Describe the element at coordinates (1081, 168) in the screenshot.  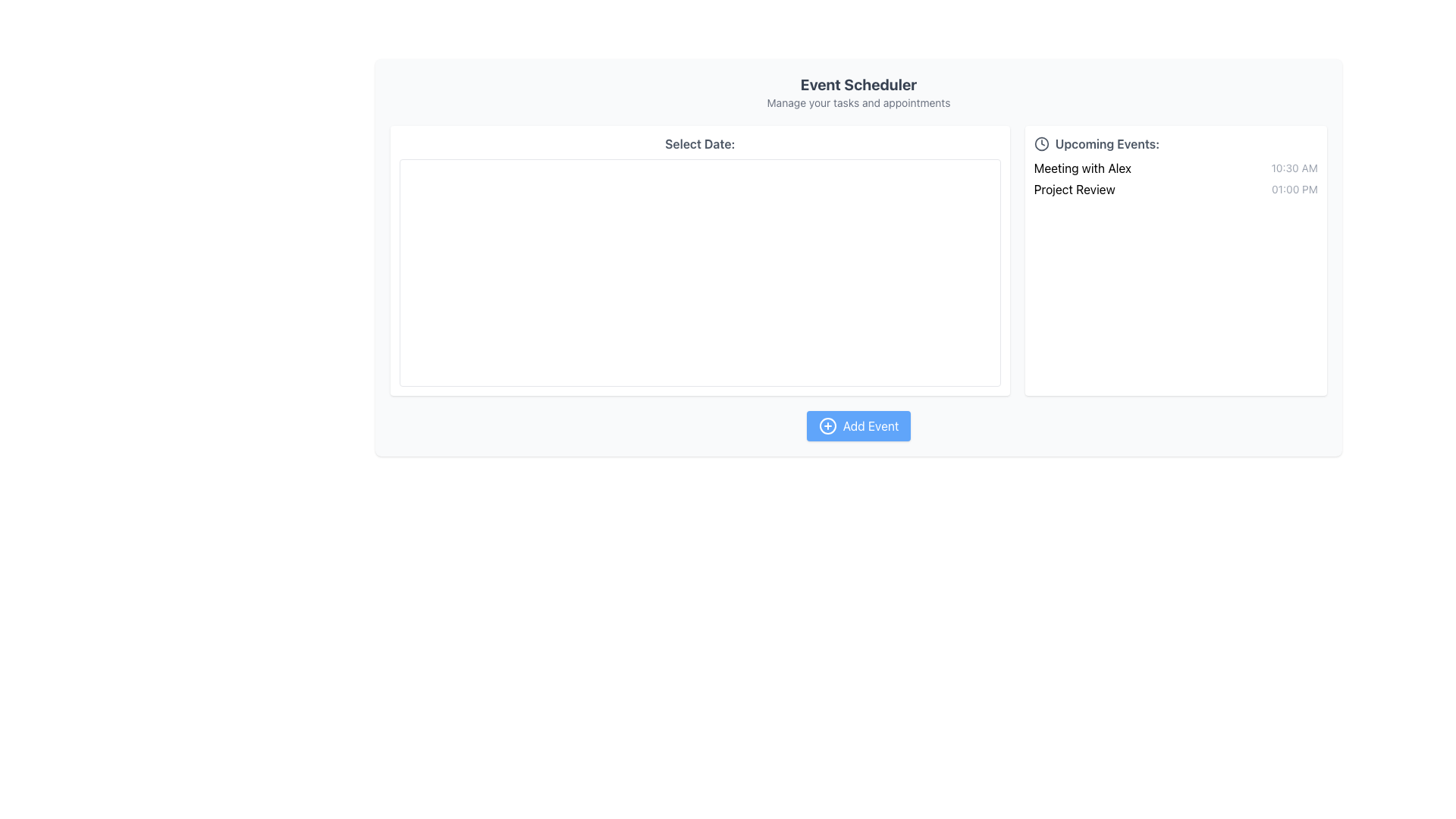
I see `the text label reading 'Meeting with Alex' styled in black font, located under the 'Upcoming Events' section, as a reference for interacting with related components` at that location.